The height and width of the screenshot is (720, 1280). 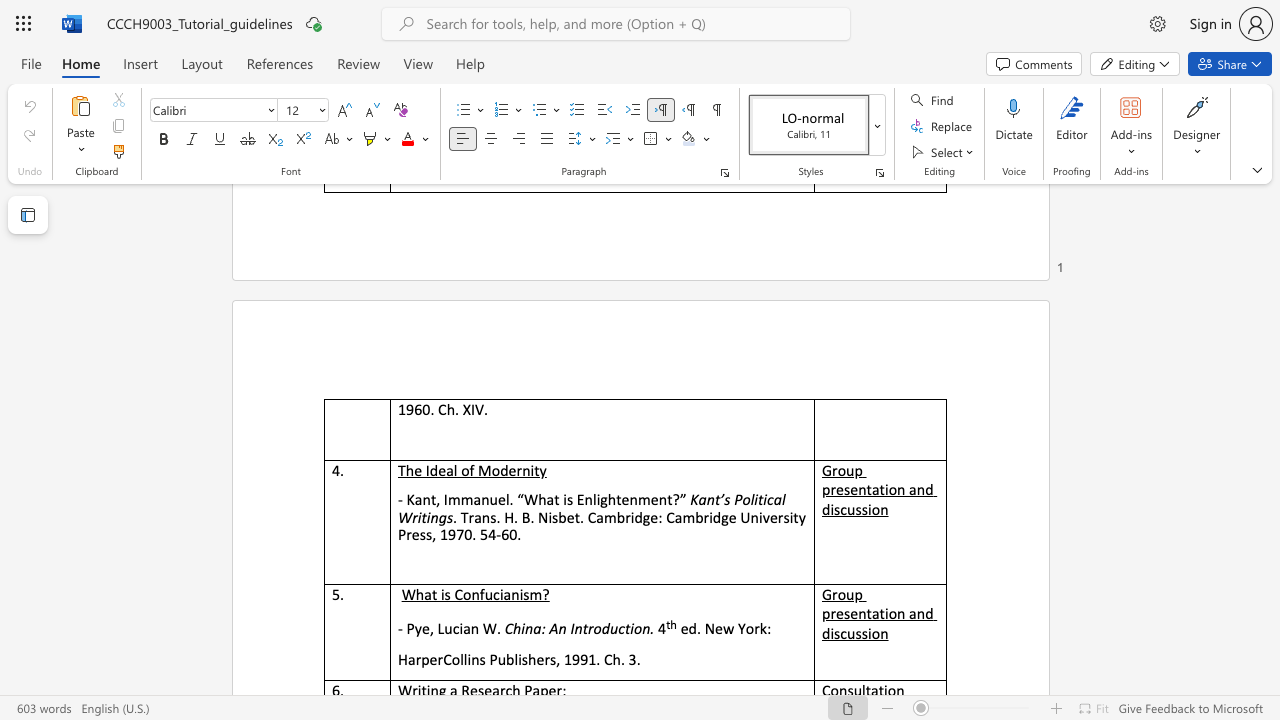 What do you see at coordinates (460, 470) in the screenshot?
I see `the subset text "of Mo" within the text "The Ideal of Modernity"` at bounding box center [460, 470].